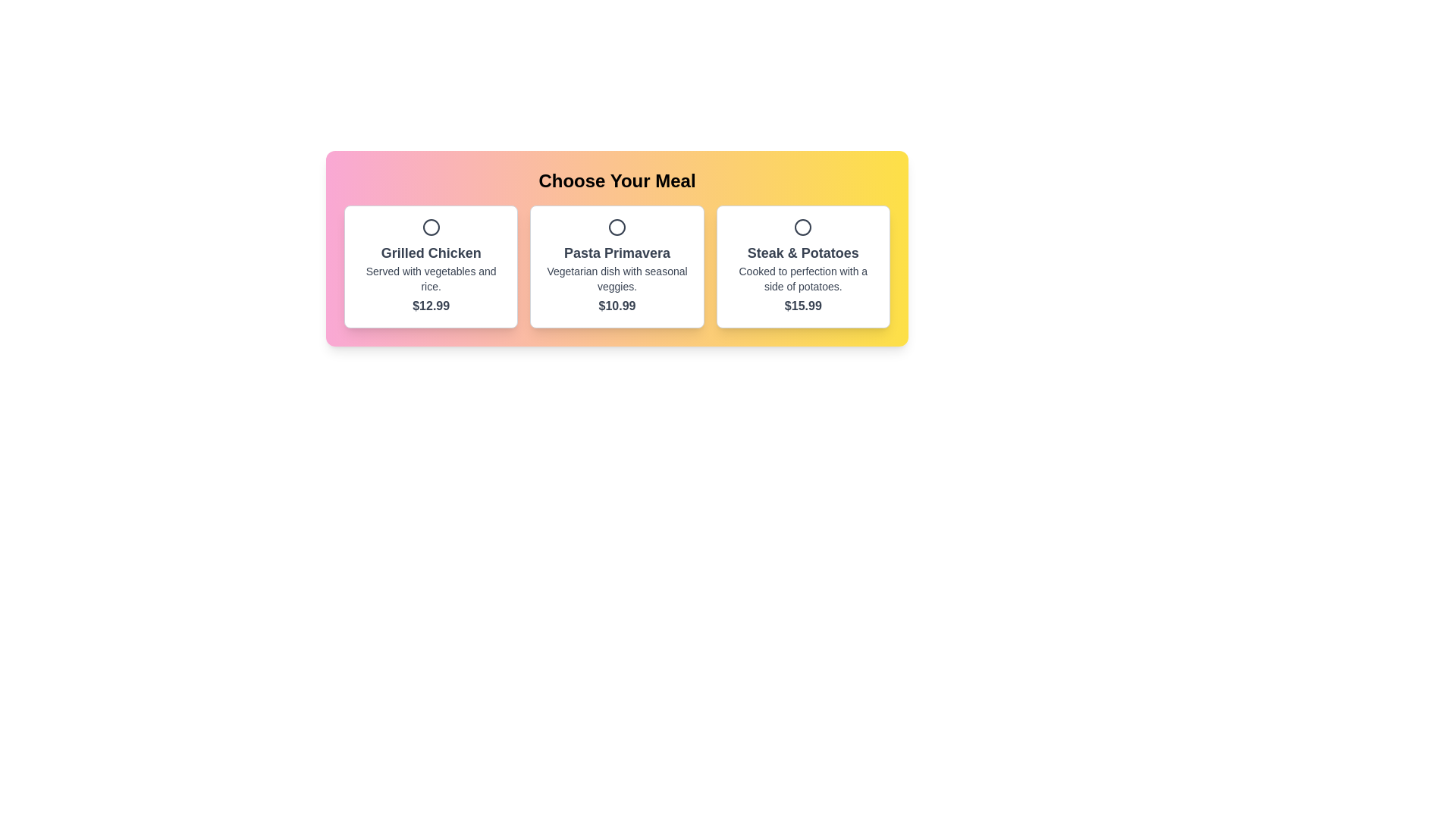 Image resolution: width=1456 pixels, height=819 pixels. I want to click on description text label that elaborates on the 'Steak & Potatoes' meal, positioned centrally beneath the title and above the price within the meal card, so click(802, 278).